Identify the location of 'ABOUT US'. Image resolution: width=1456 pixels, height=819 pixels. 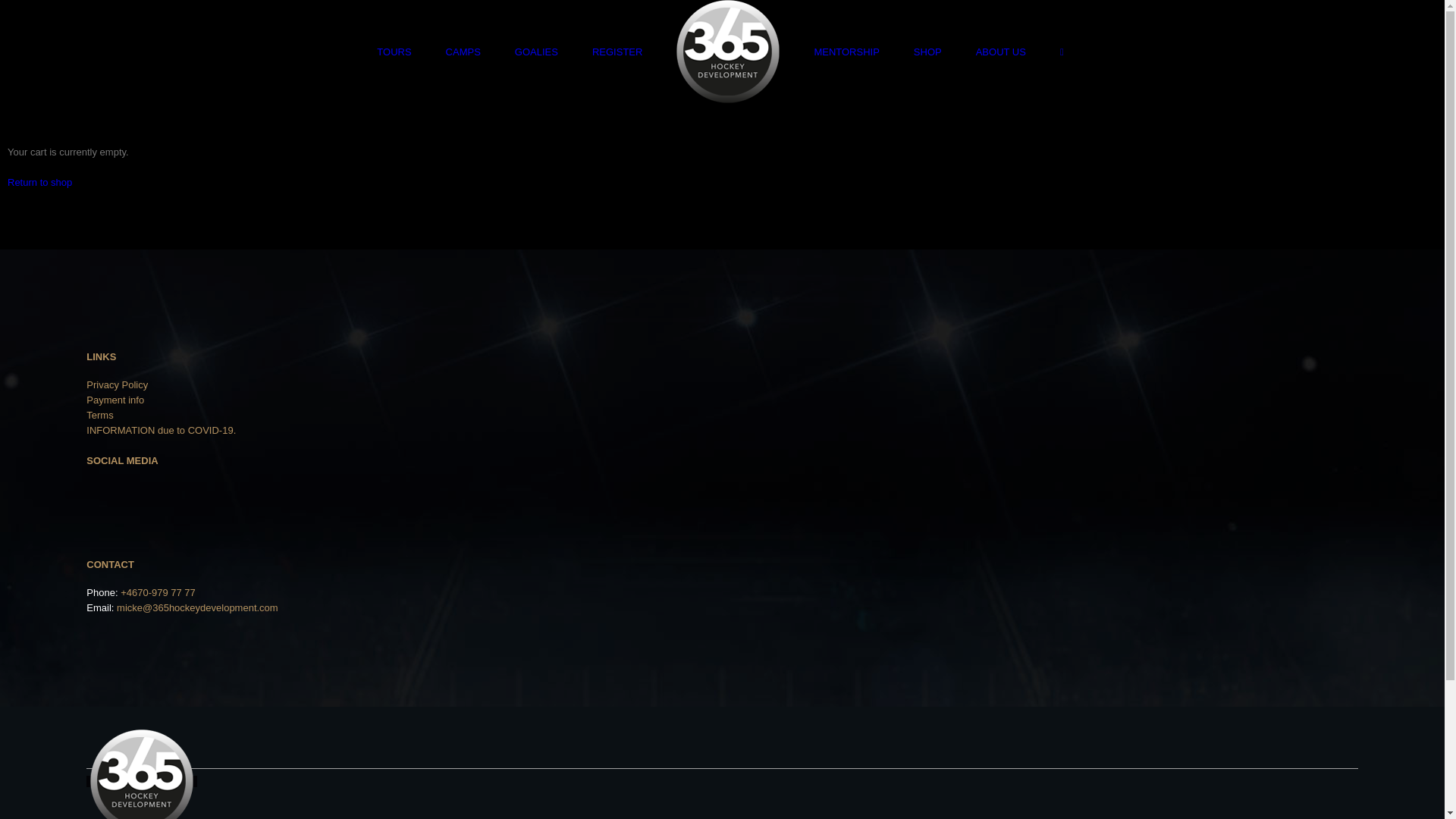
(1001, 51).